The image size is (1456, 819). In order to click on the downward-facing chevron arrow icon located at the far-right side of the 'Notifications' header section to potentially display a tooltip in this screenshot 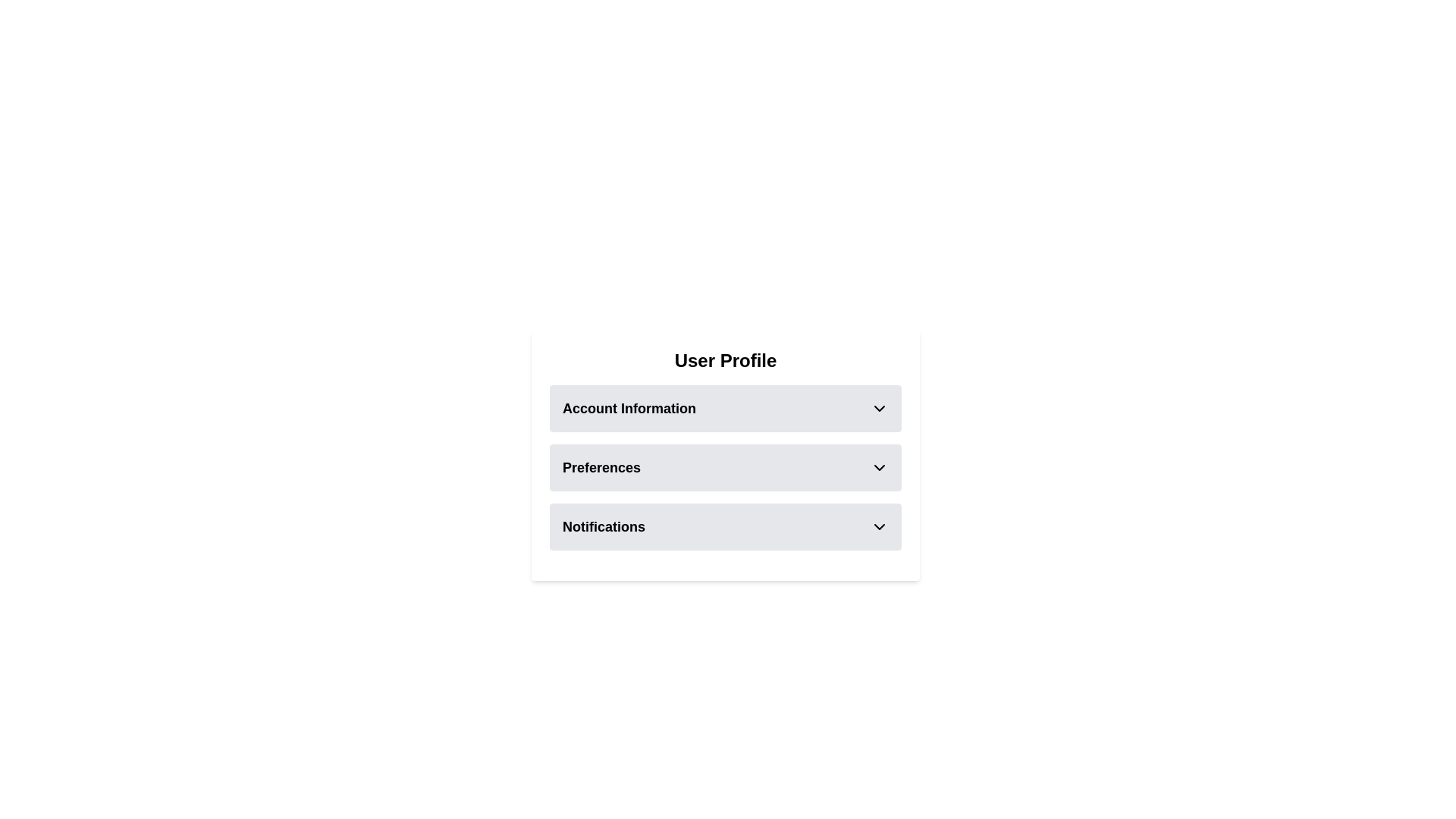, I will do `click(880, 526)`.